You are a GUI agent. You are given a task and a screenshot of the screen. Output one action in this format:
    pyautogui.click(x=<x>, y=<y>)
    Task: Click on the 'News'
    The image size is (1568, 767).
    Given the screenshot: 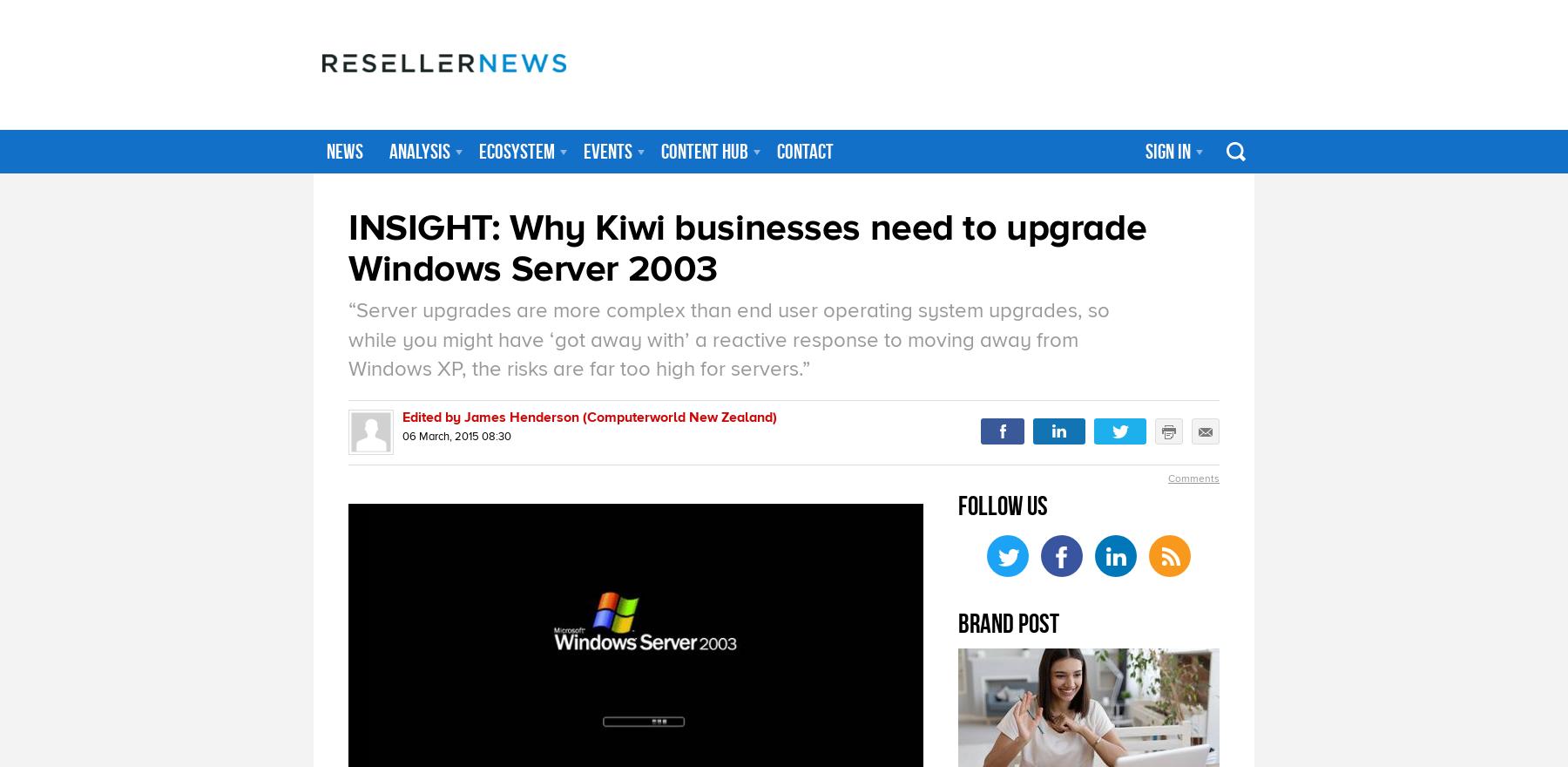 What is the action you would take?
    pyautogui.click(x=345, y=150)
    